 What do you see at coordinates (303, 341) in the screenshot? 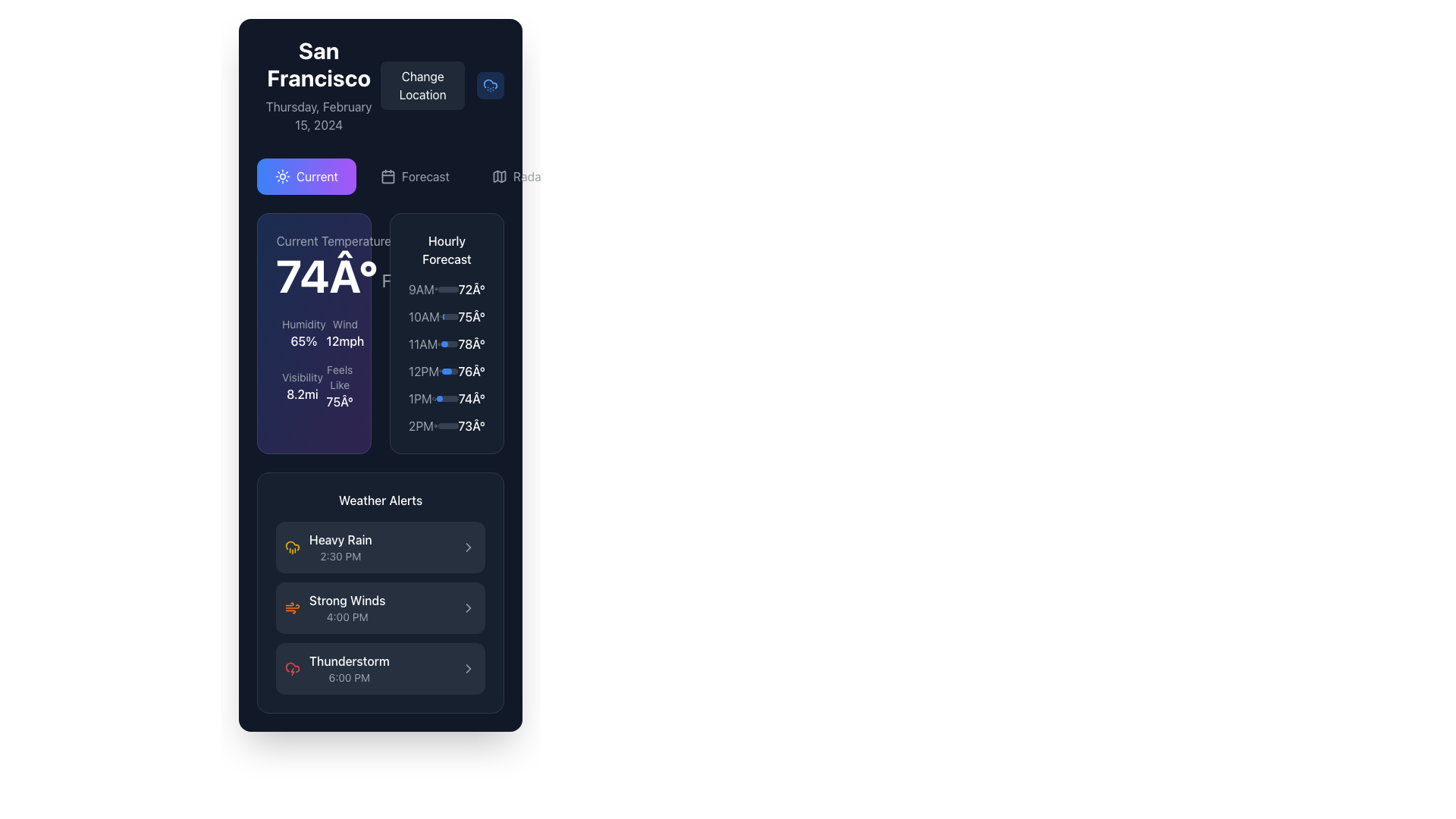
I see `text displaying the current humidity percentage, which is located beneath the 'Humidity' label in the 'Current Temperature' section of the interface` at bounding box center [303, 341].